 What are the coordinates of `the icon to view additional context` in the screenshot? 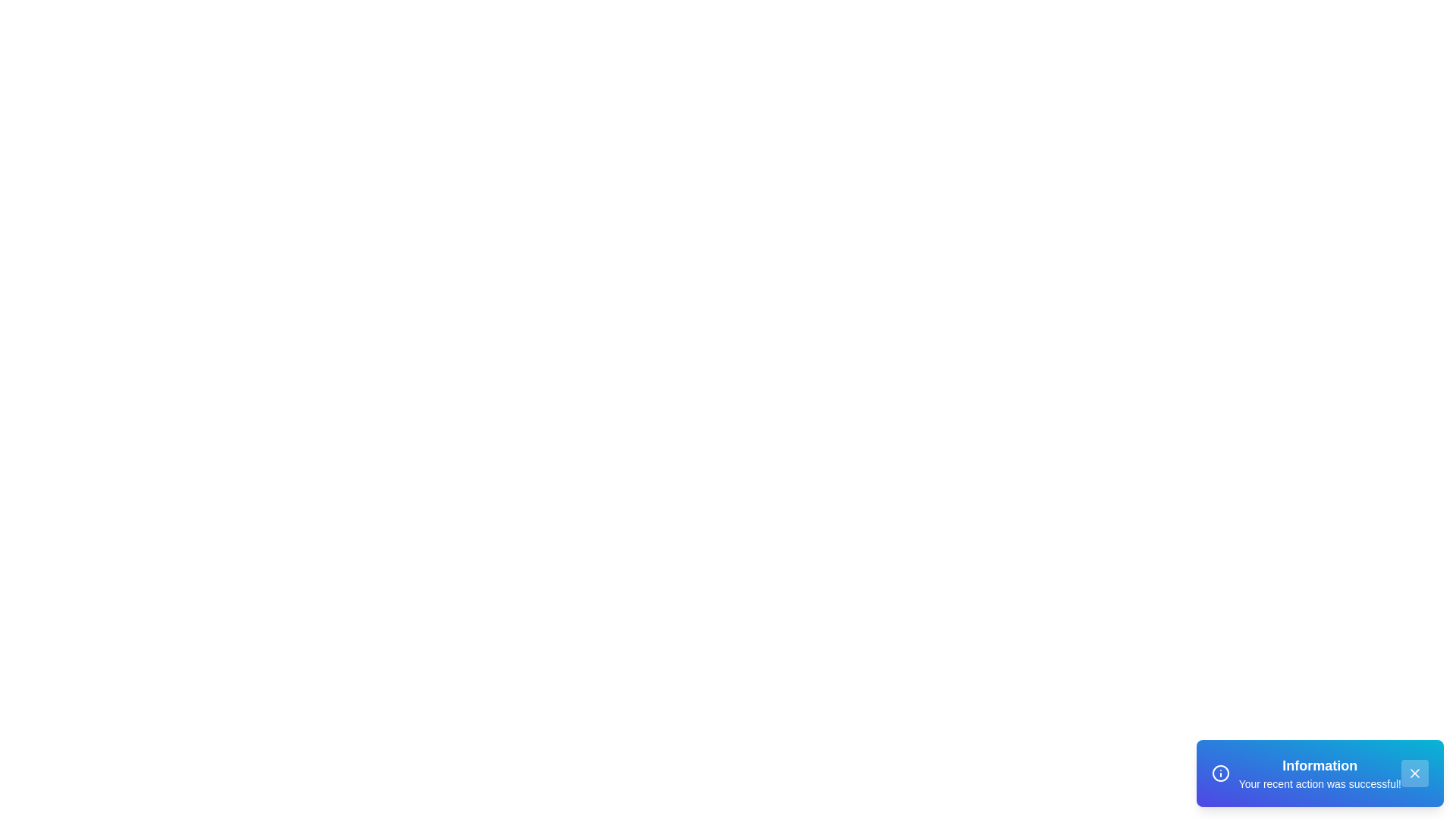 It's located at (1220, 773).